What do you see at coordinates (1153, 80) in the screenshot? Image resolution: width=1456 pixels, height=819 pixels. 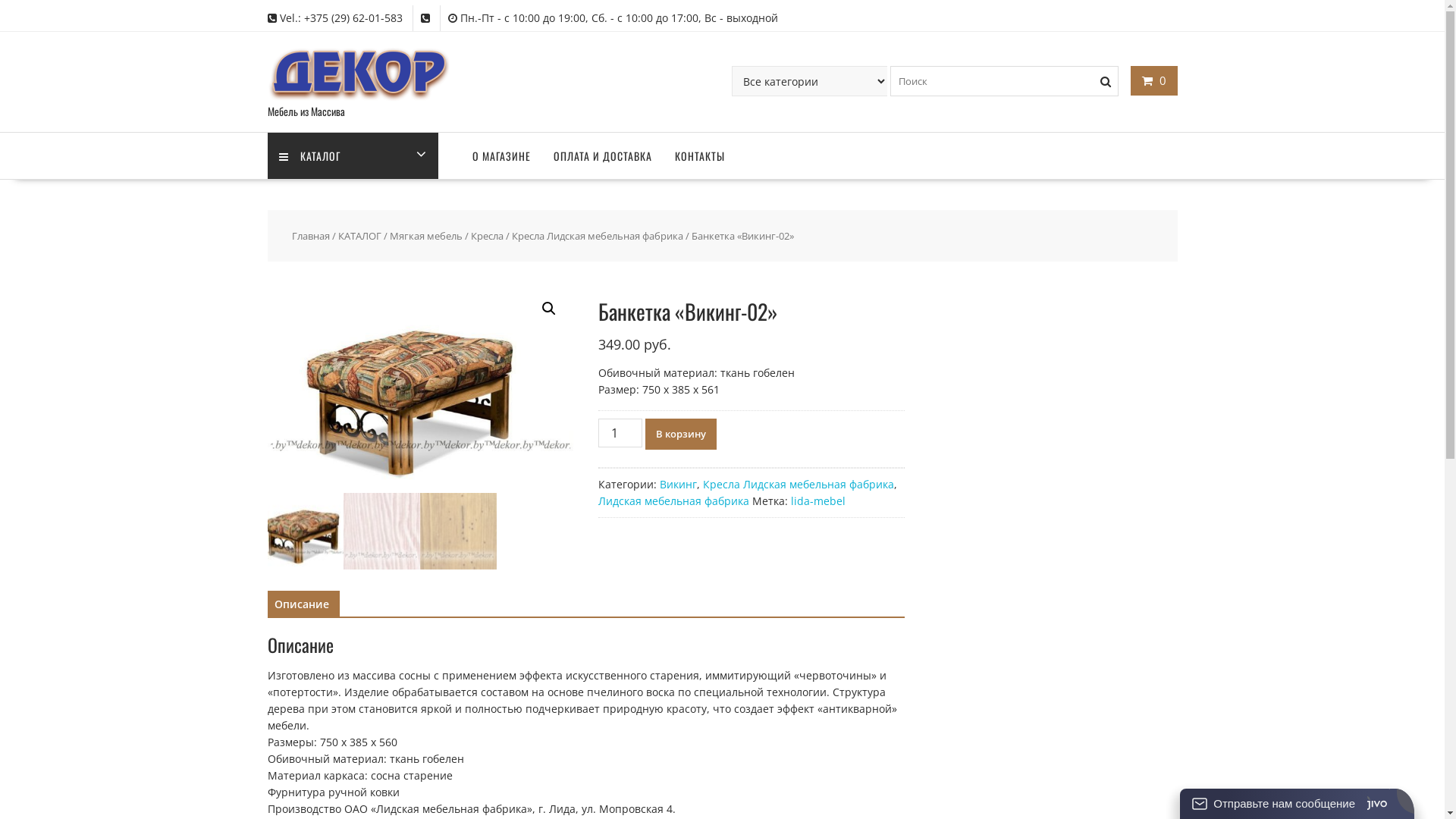 I see `'0'` at bounding box center [1153, 80].